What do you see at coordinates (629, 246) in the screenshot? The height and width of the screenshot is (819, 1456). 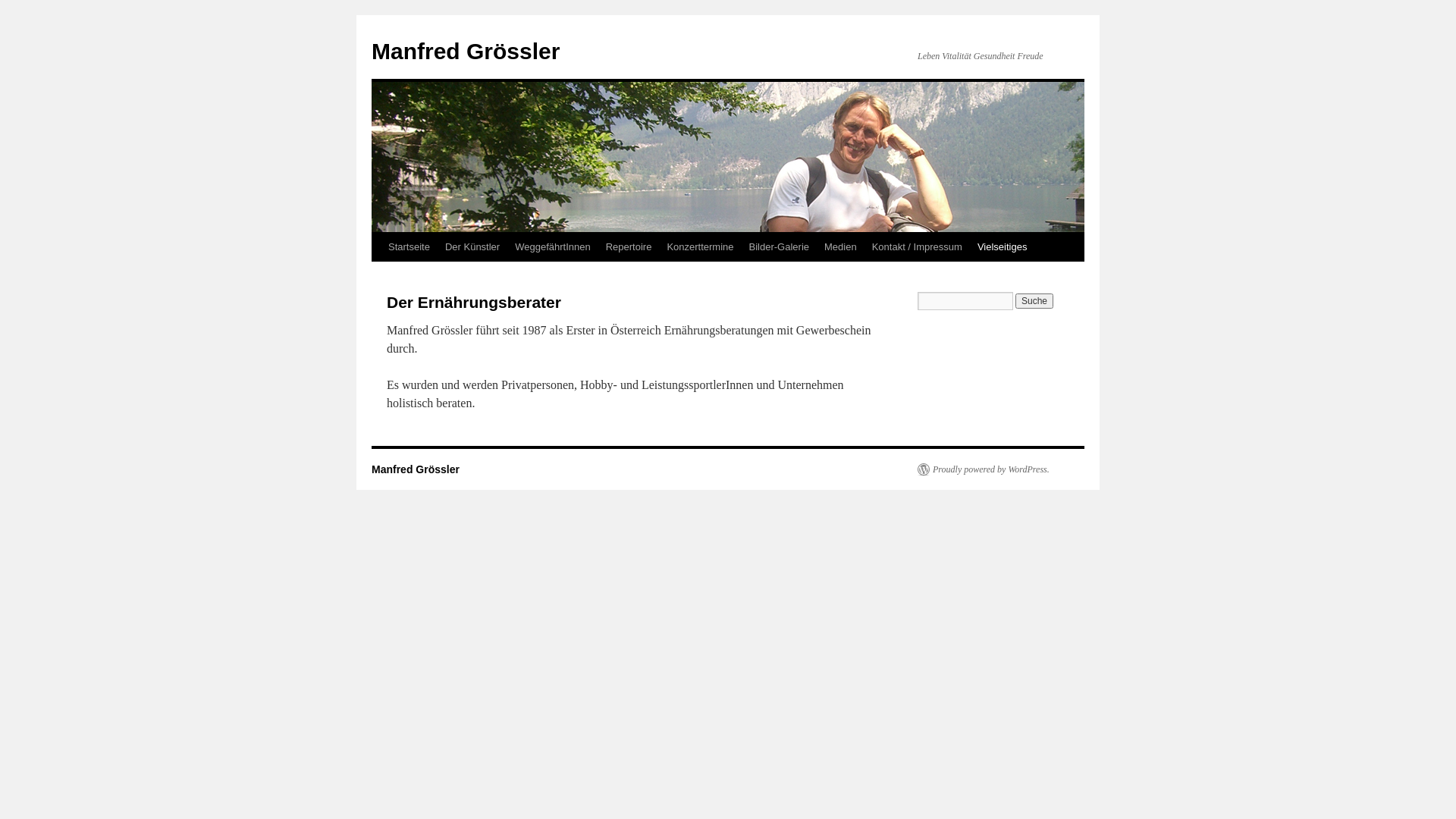 I see `'Repertoire'` at bounding box center [629, 246].